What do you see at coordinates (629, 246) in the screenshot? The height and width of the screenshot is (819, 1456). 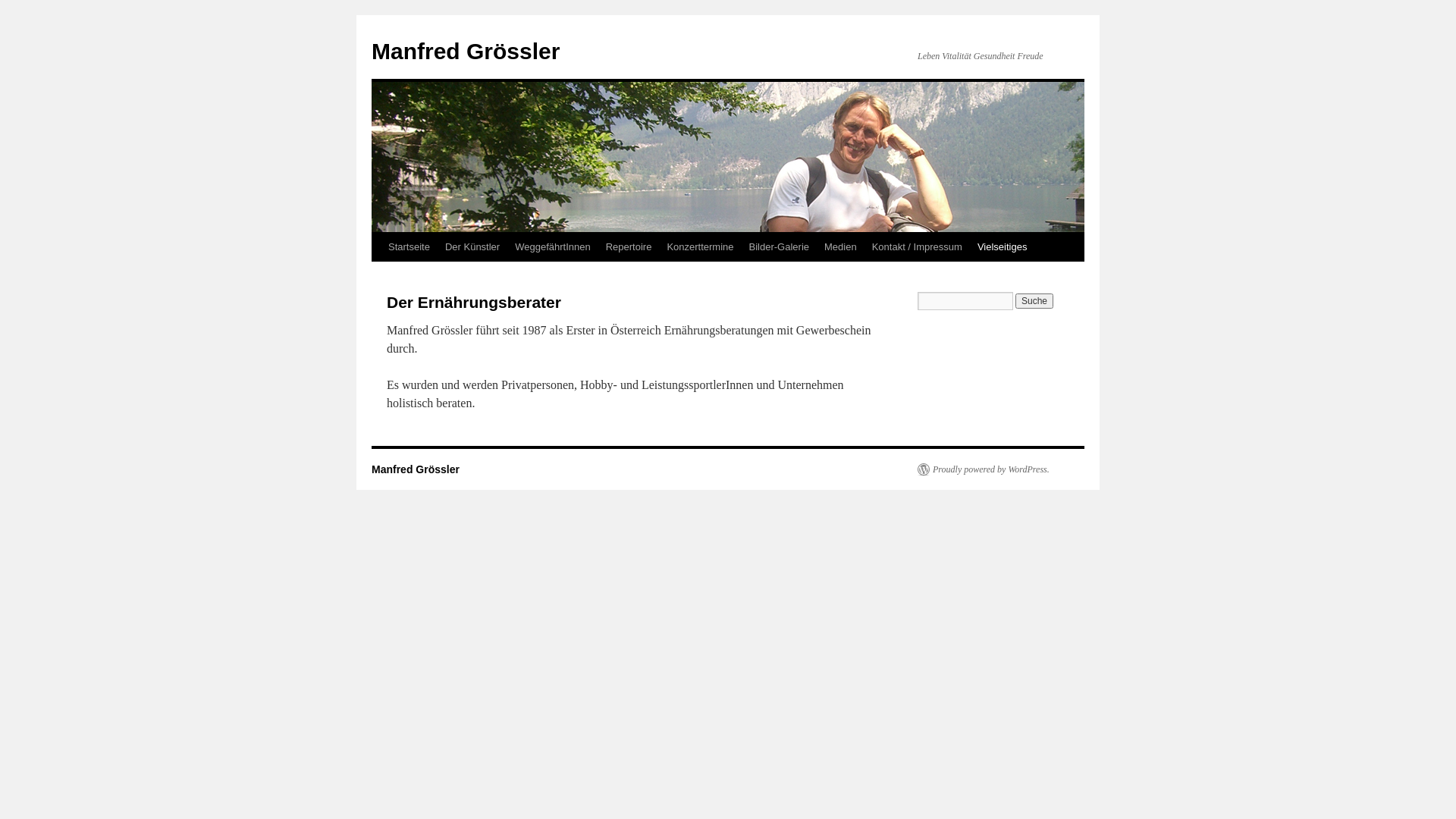 I see `'Repertoire'` at bounding box center [629, 246].